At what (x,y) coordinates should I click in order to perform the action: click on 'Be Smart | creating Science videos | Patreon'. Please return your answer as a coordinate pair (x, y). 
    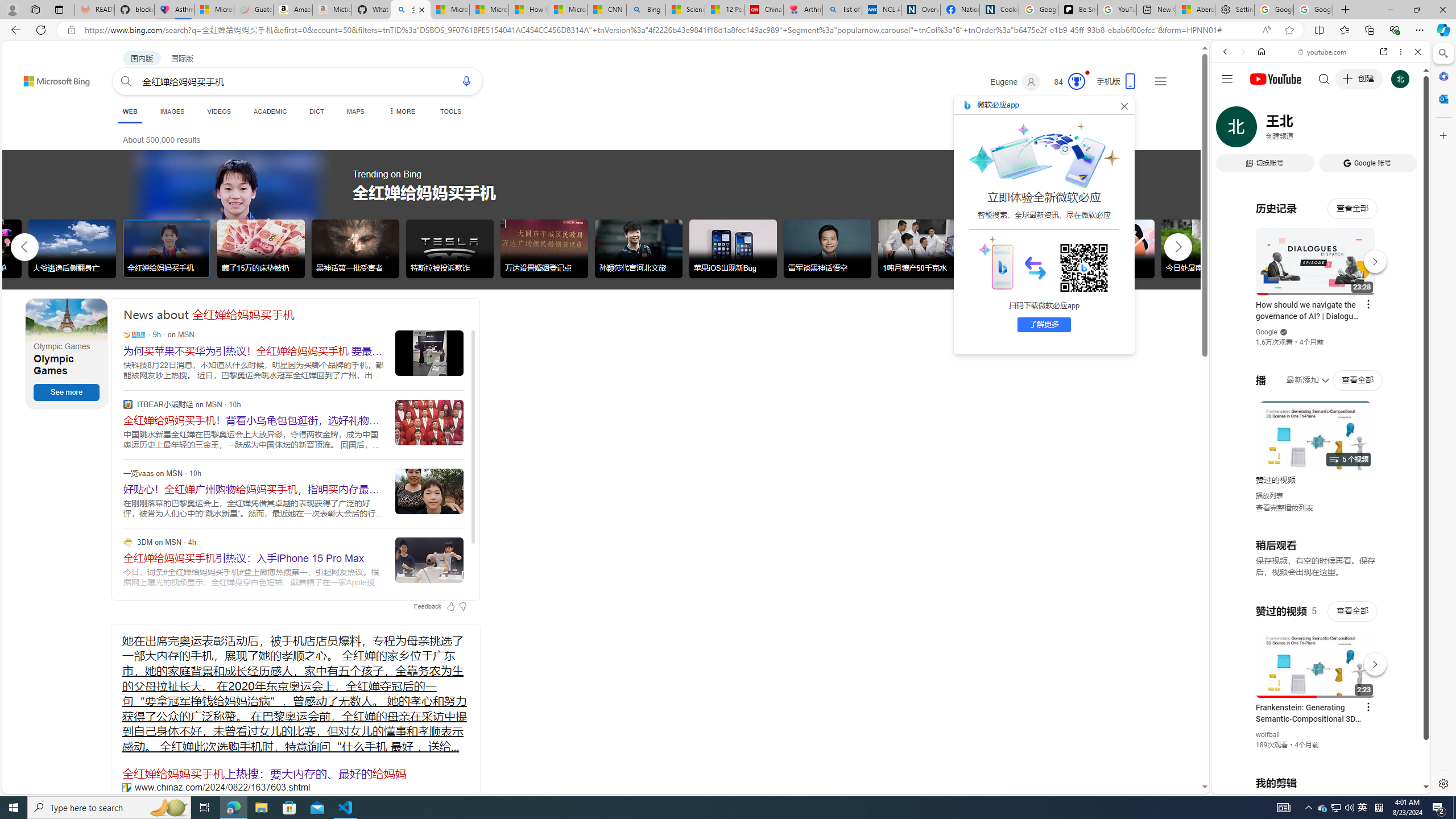
    Looking at the image, I should click on (1077, 9).